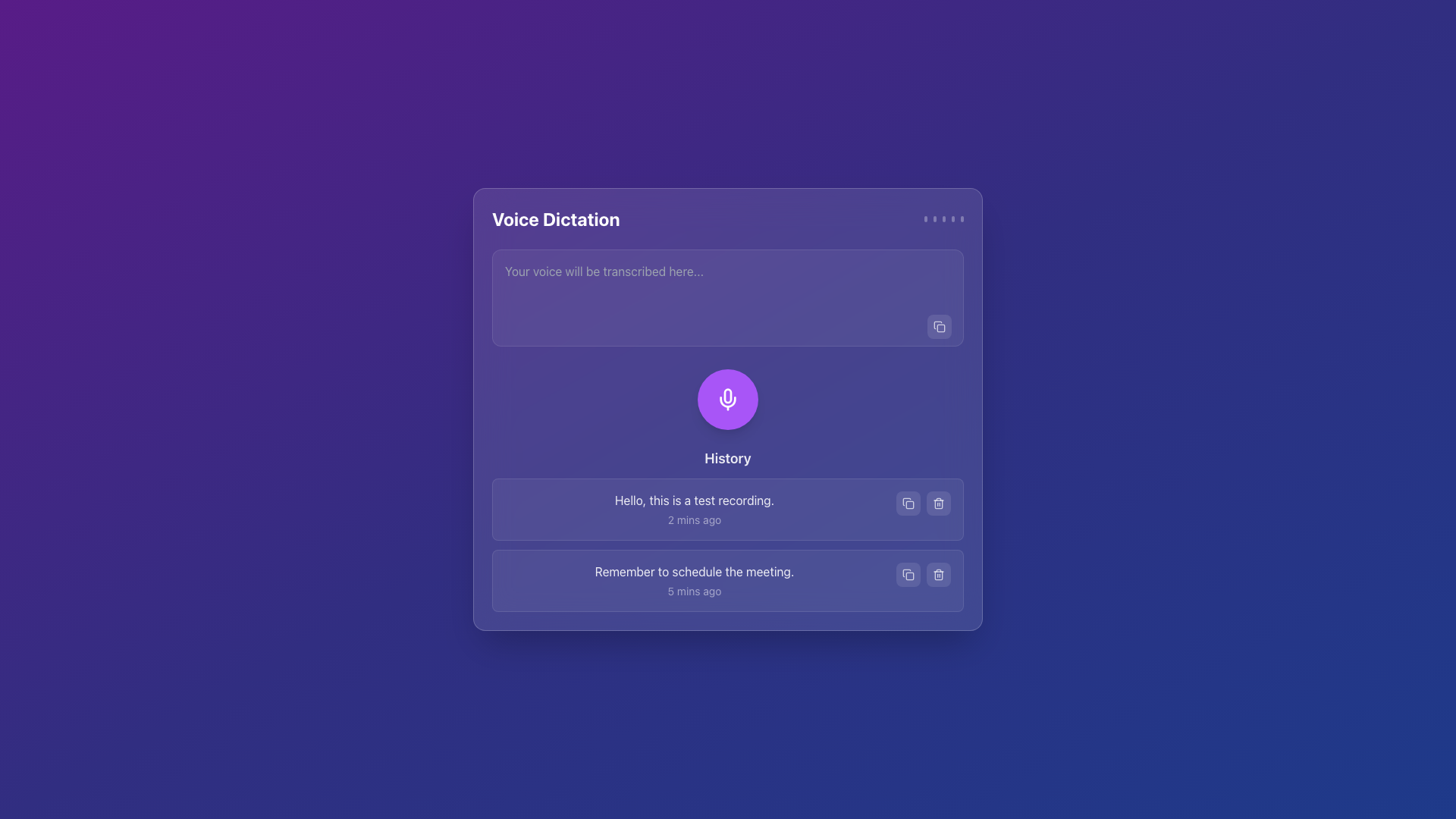  I want to click on the Text label that displays the recorded message in the history list section, positioned above the timestamp '2 mins ago', so click(694, 500).